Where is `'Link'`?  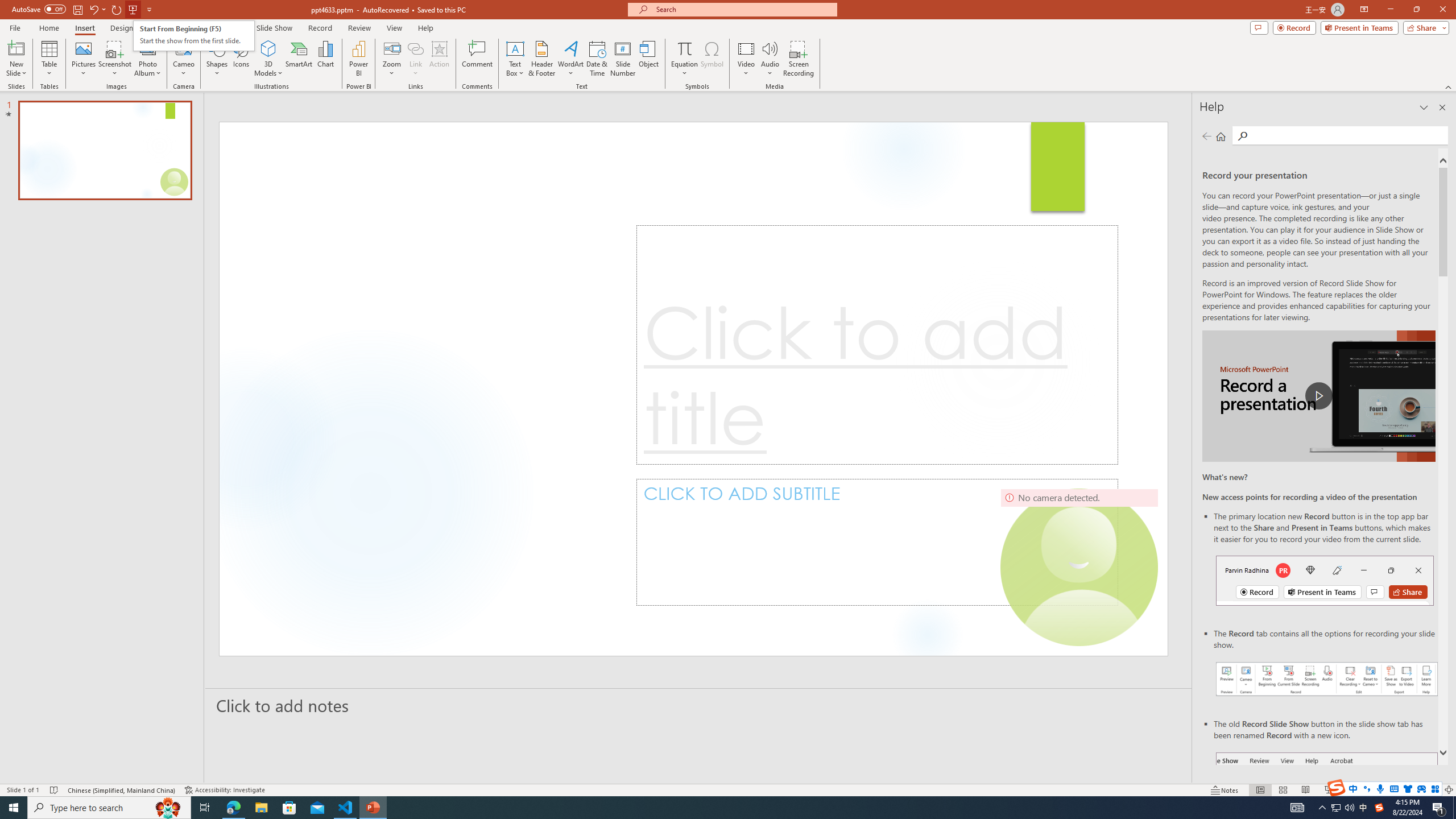
'Link' is located at coordinates (415, 59).